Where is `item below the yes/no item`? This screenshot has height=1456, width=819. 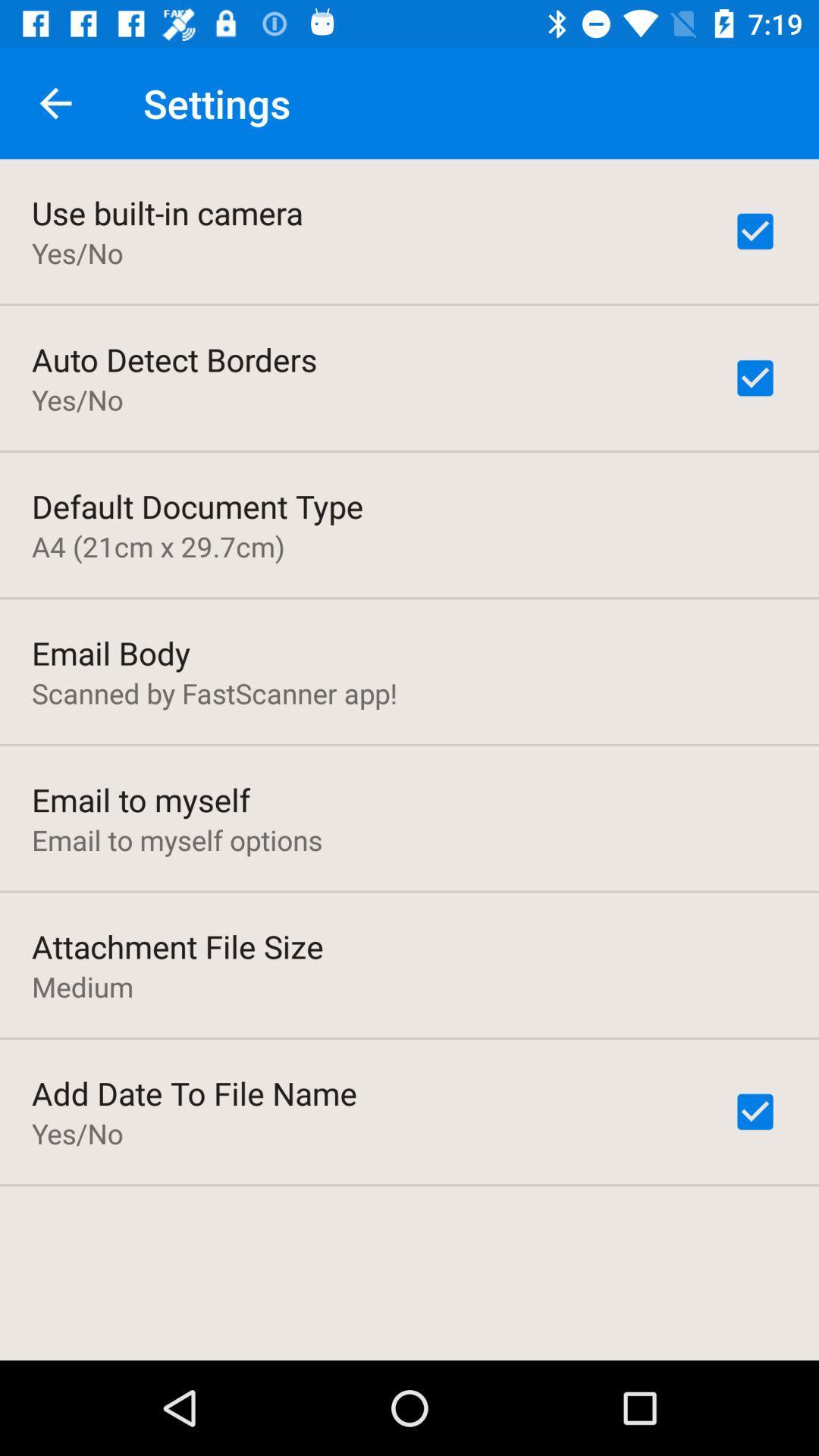
item below the yes/no item is located at coordinates (196, 506).